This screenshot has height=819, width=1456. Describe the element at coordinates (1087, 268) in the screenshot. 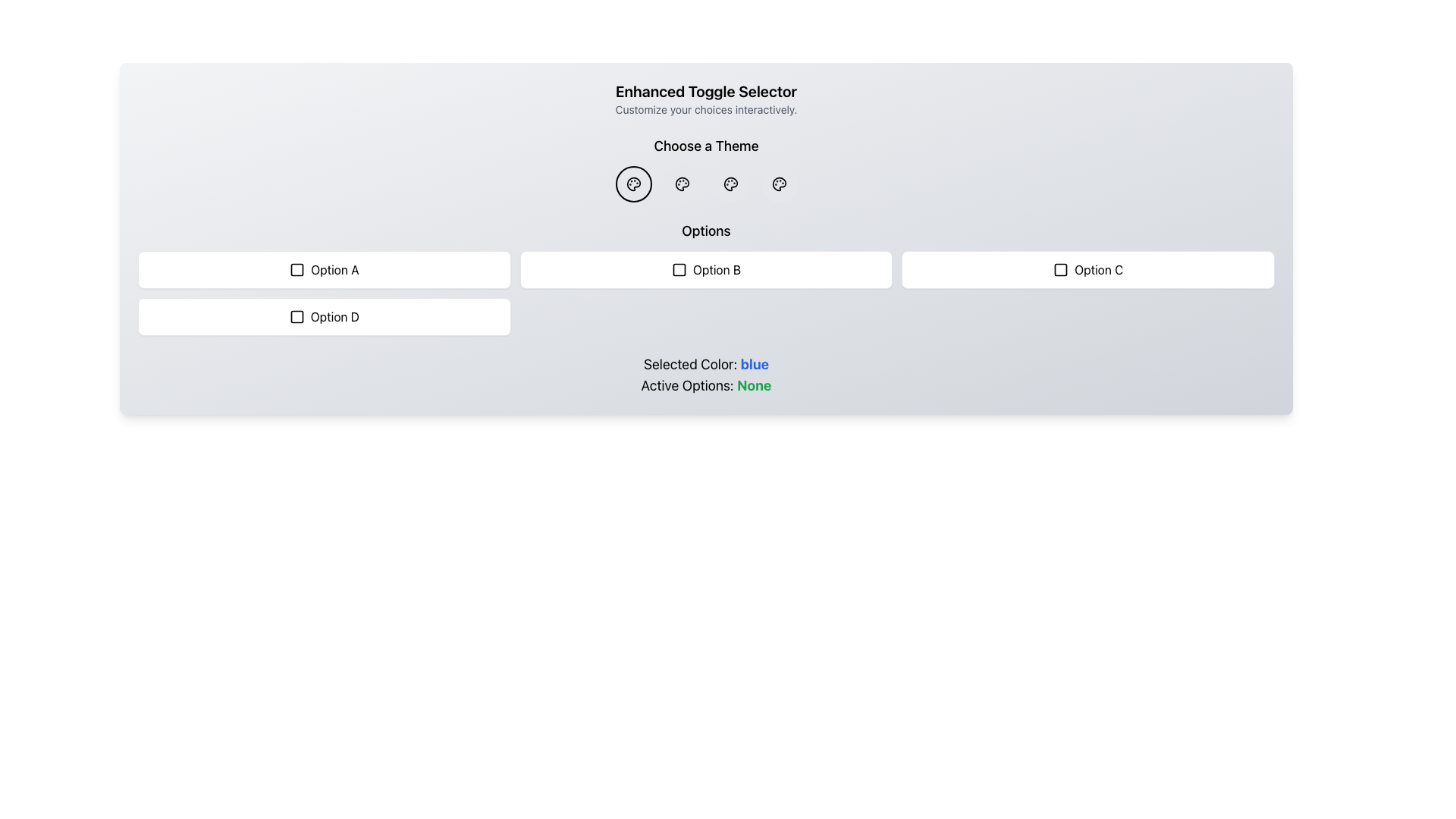

I see `the checkbox option labeled 'Option C' located in the third column of the 'Options' grid, positioned between 'Option B' and 'Option D'` at that location.